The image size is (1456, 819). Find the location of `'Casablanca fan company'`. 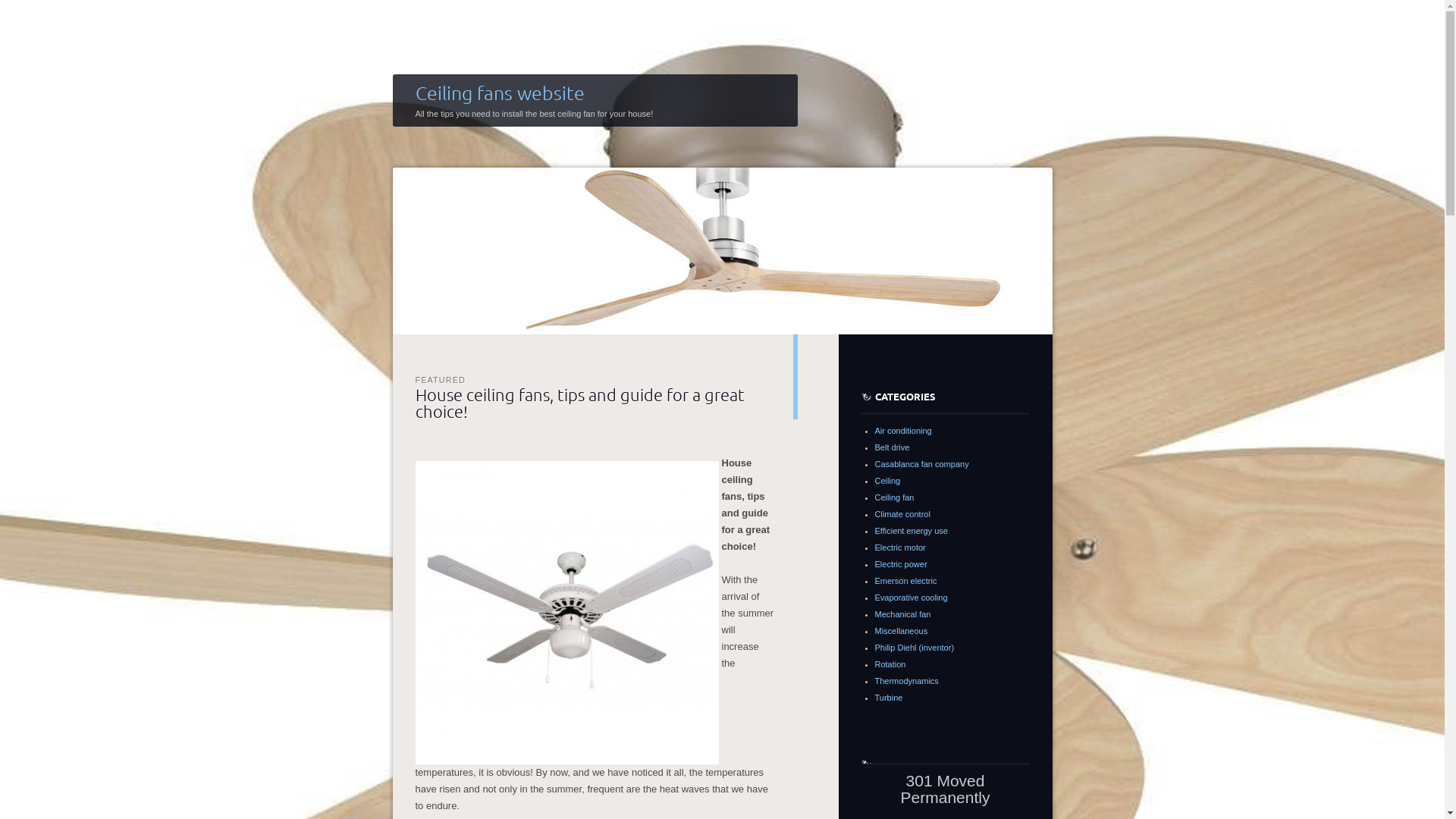

'Casablanca fan company' is located at coordinates (921, 463).